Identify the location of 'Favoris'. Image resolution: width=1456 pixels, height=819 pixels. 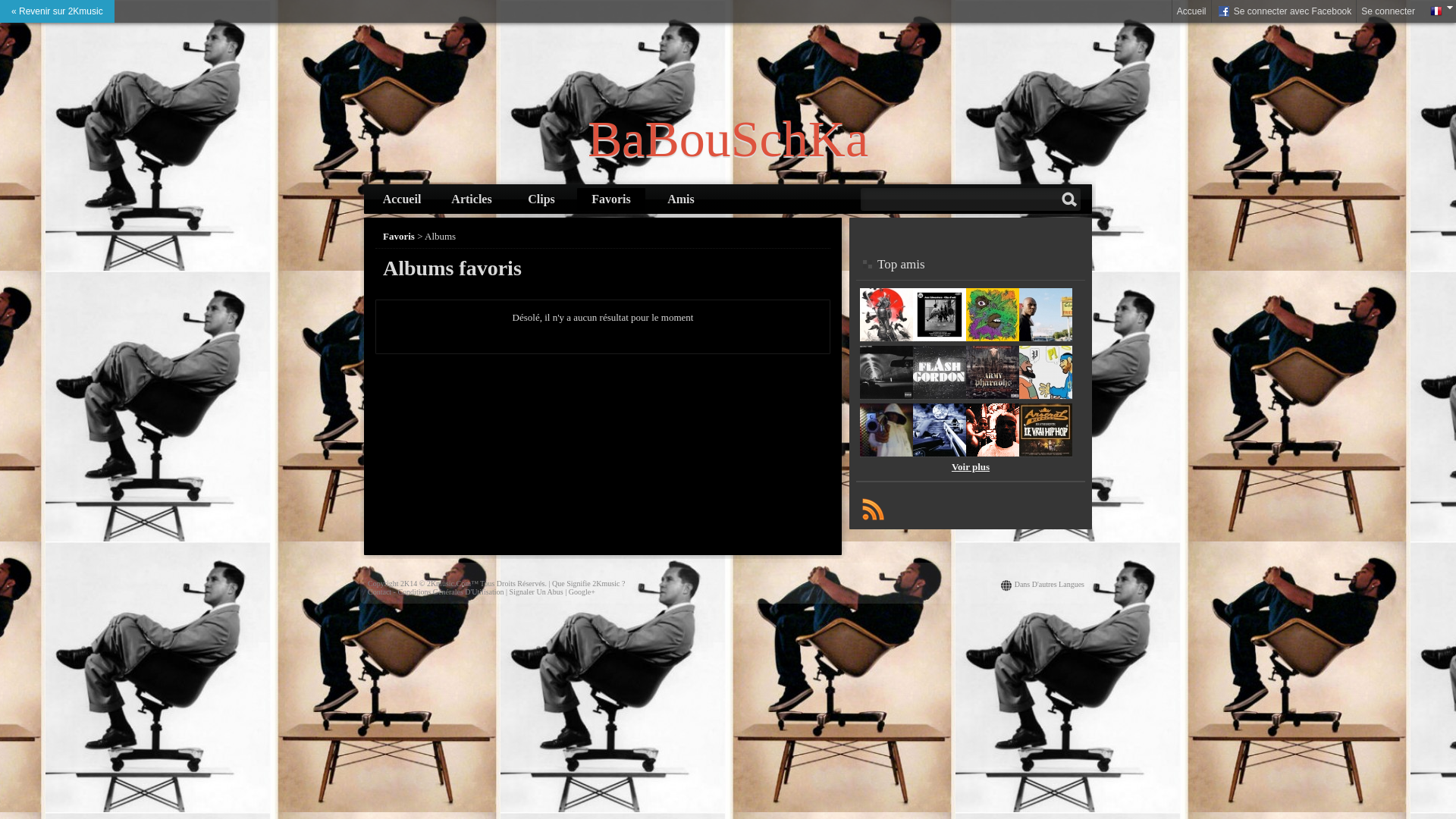
(399, 236).